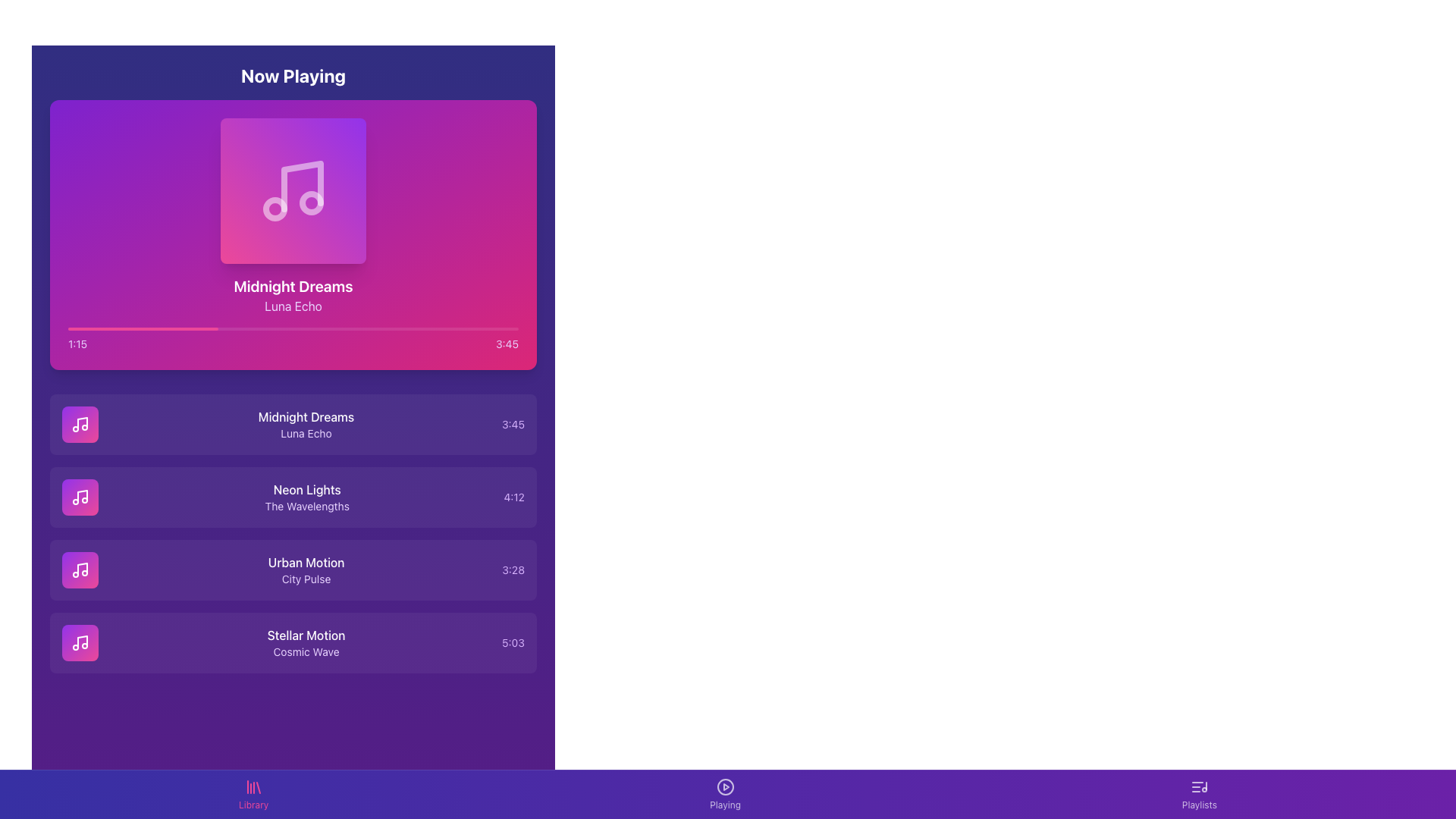 The height and width of the screenshot is (819, 1456). Describe the element at coordinates (79, 497) in the screenshot. I see `the music note icon with a circular gradient background, located to the left of the text 'Neon Lights' and 'The Wavelengths' in the second track row to interact` at that location.